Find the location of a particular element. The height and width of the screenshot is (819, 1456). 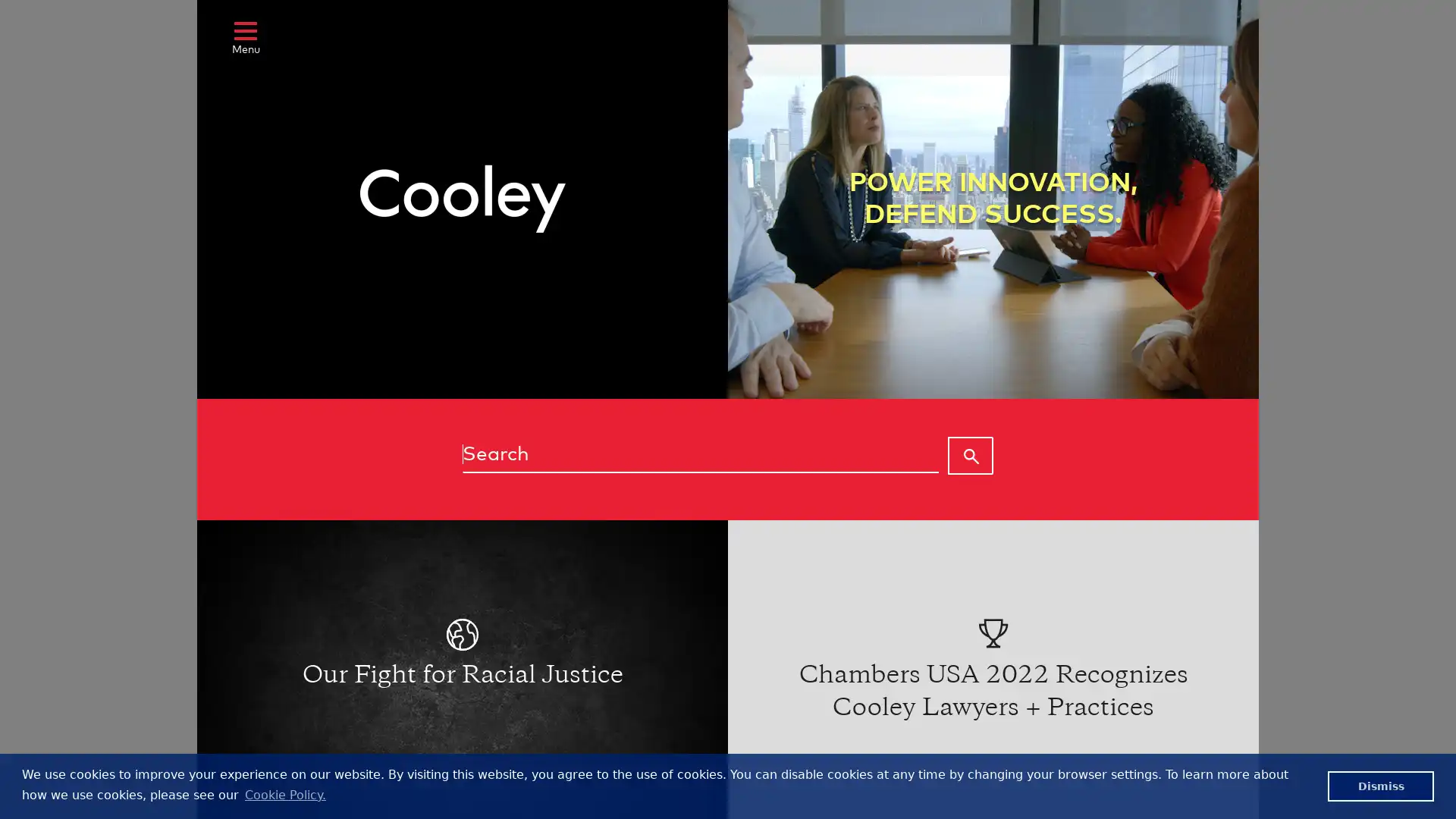

learn more about cookies is located at coordinates (284, 794).